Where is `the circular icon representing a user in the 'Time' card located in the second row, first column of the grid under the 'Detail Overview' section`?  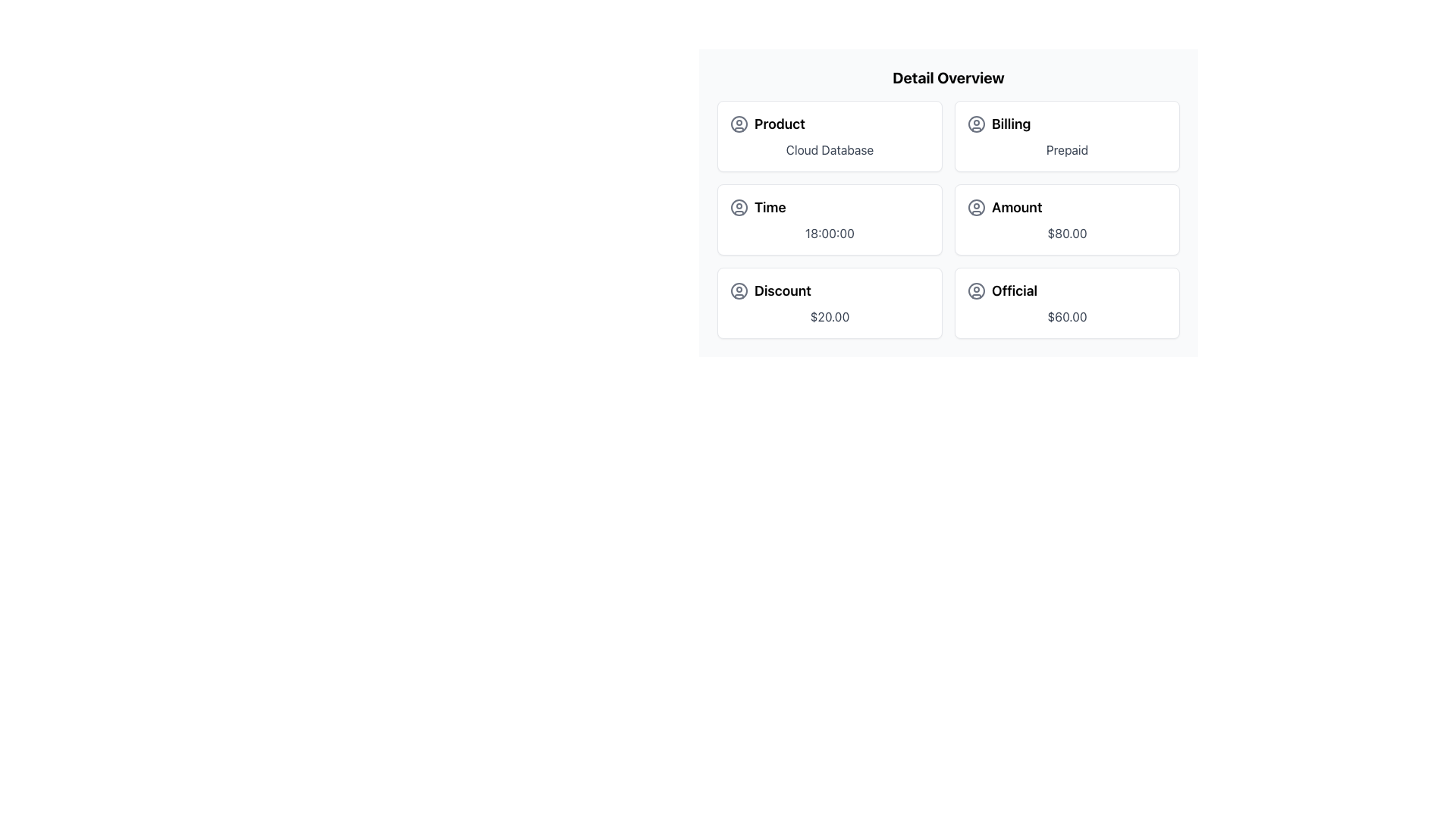
the circular icon representing a user in the 'Time' card located in the second row, first column of the grid under the 'Detail Overview' section is located at coordinates (739, 207).